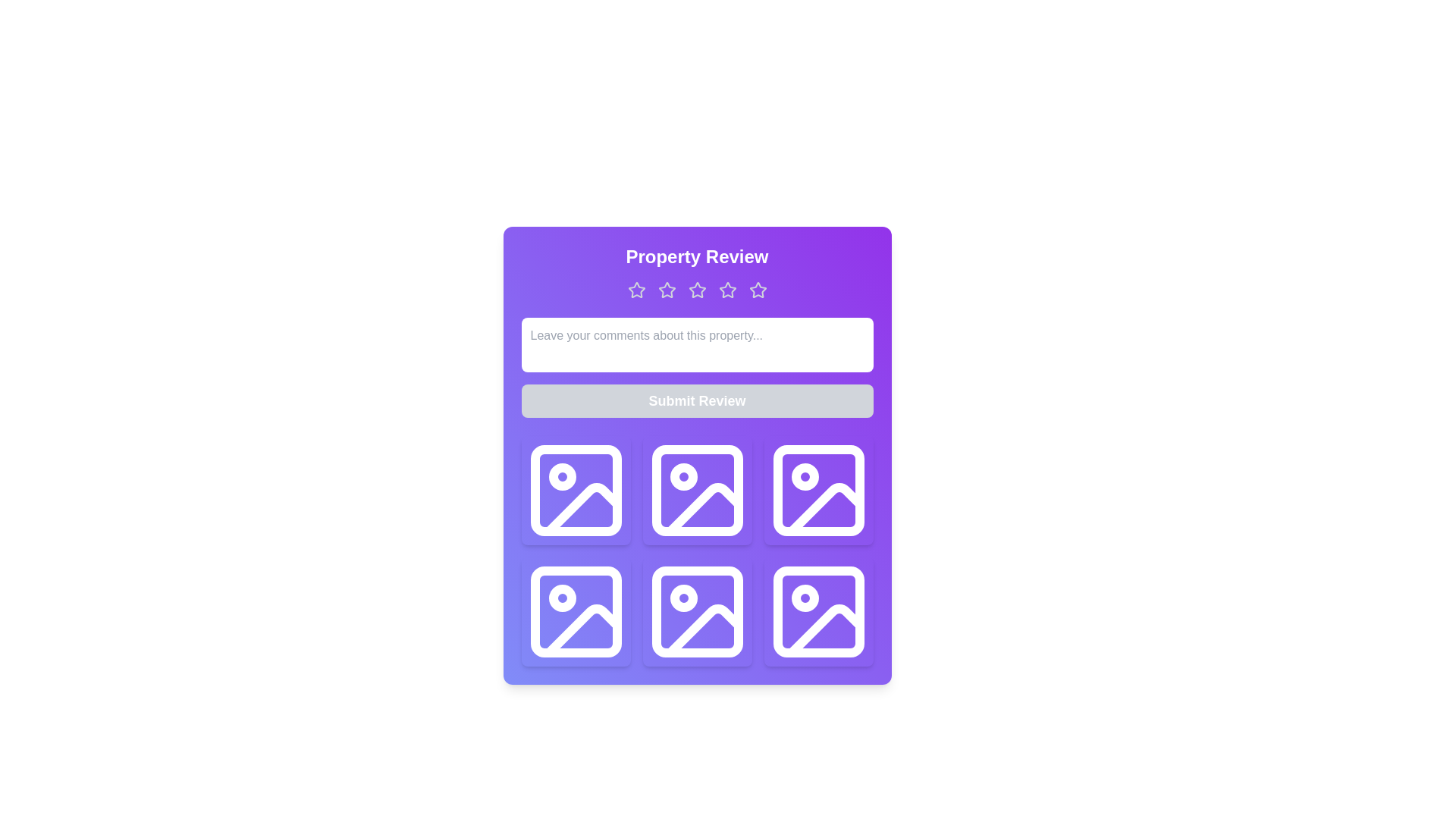 Image resolution: width=1456 pixels, height=819 pixels. I want to click on the rating to 1 stars by clicking on the corresponding star, so click(636, 290).